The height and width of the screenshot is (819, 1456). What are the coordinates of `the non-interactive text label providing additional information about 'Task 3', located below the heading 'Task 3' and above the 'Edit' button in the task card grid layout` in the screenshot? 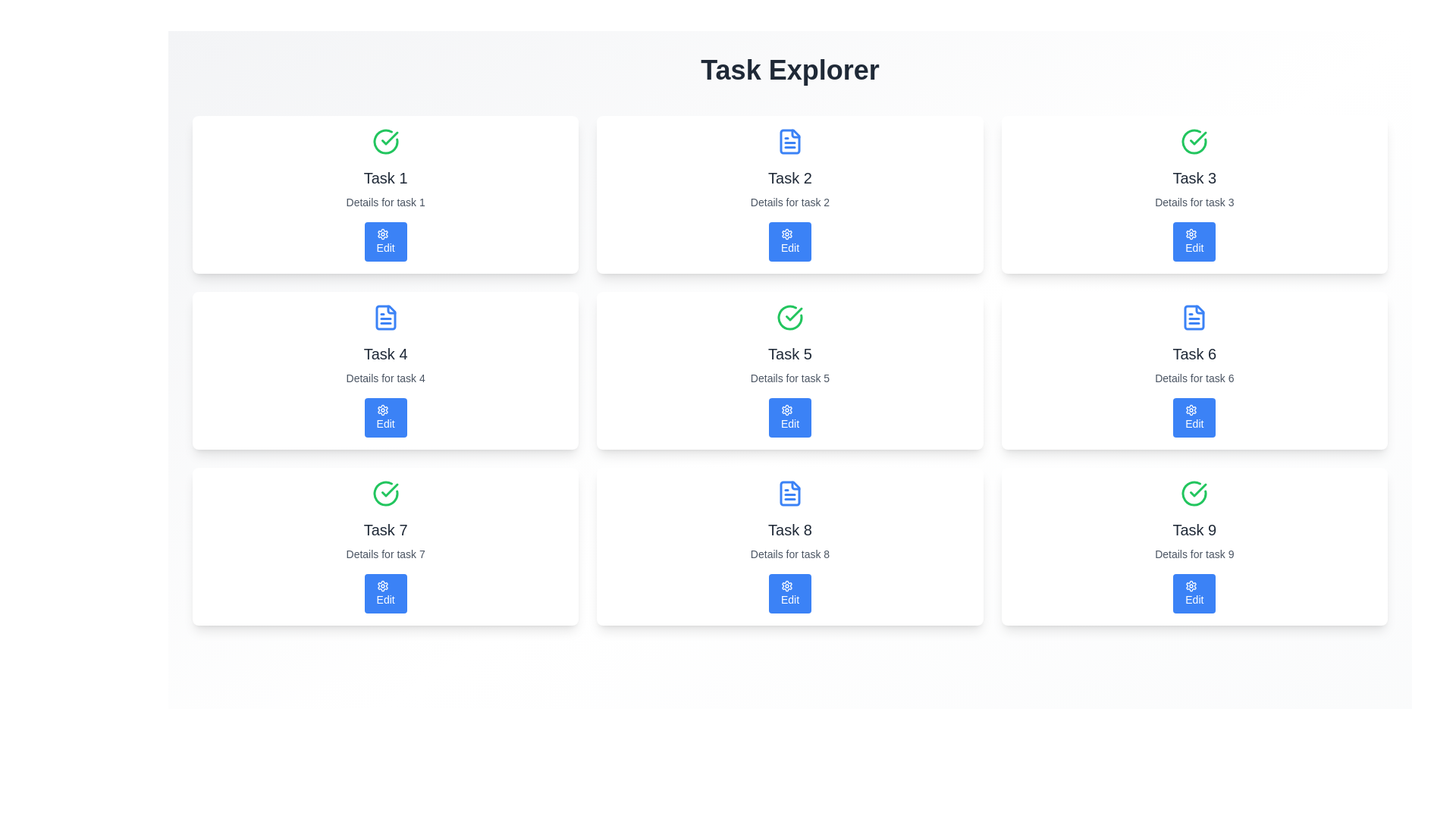 It's located at (1194, 201).